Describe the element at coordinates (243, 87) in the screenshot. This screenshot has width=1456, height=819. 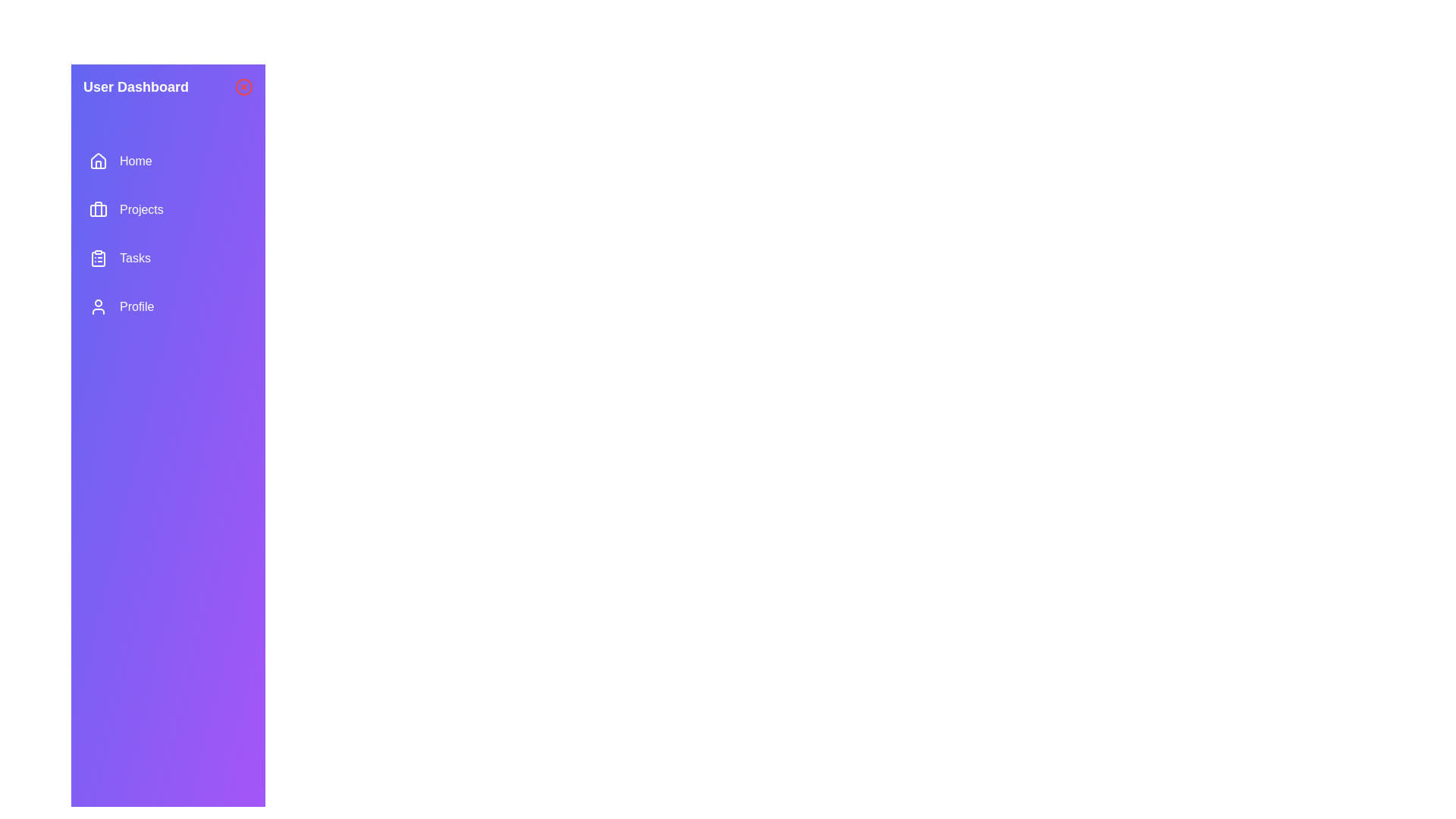
I see `properties of the SVG circle element styled with a stroke color matching the theme, containing an 'X' icon at its center, located at the top-right of the sidebar navigation area` at that location.